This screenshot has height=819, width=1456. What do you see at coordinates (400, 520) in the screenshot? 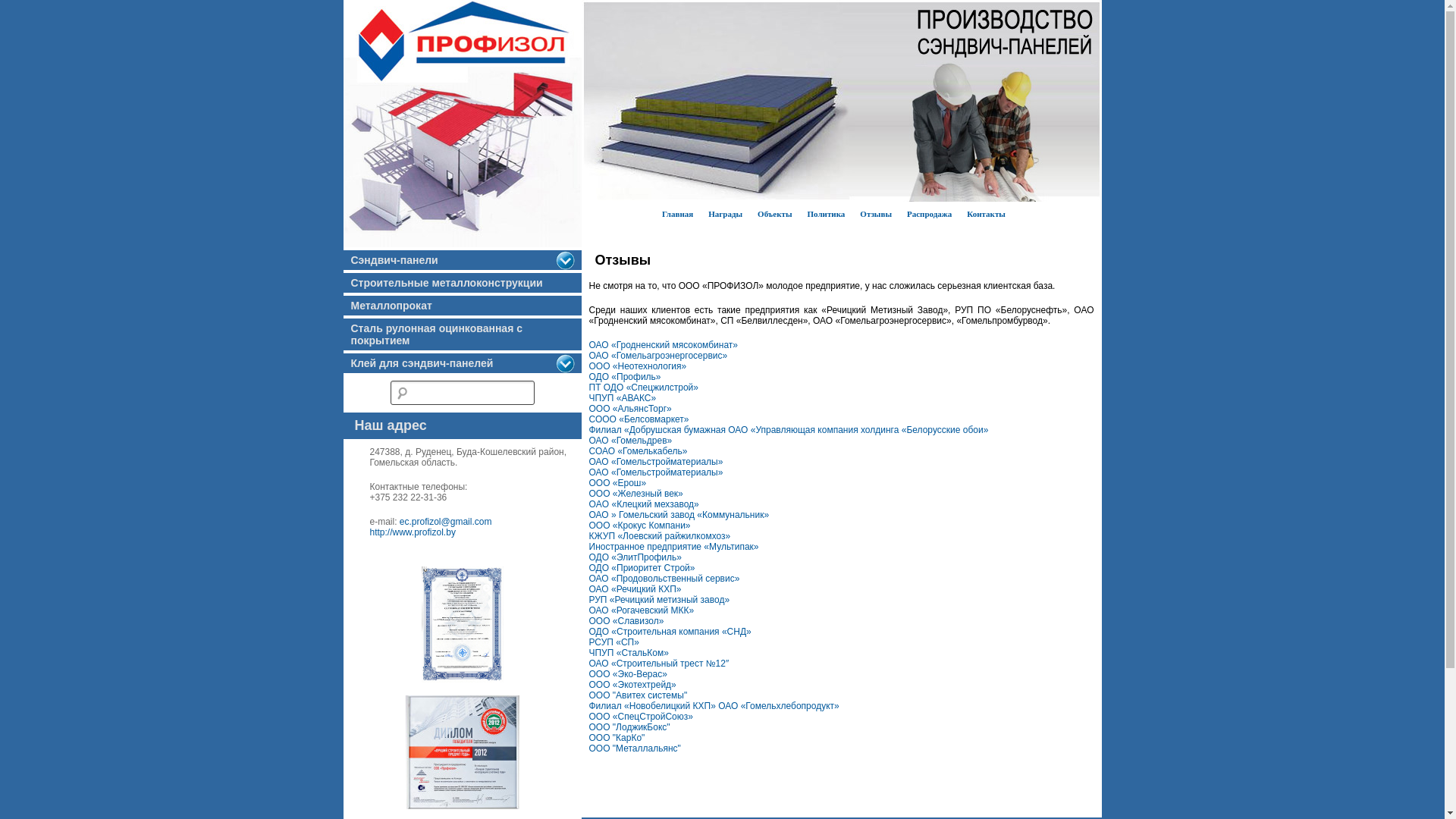
I see `'ec.profizol@gmail.com'` at bounding box center [400, 520].